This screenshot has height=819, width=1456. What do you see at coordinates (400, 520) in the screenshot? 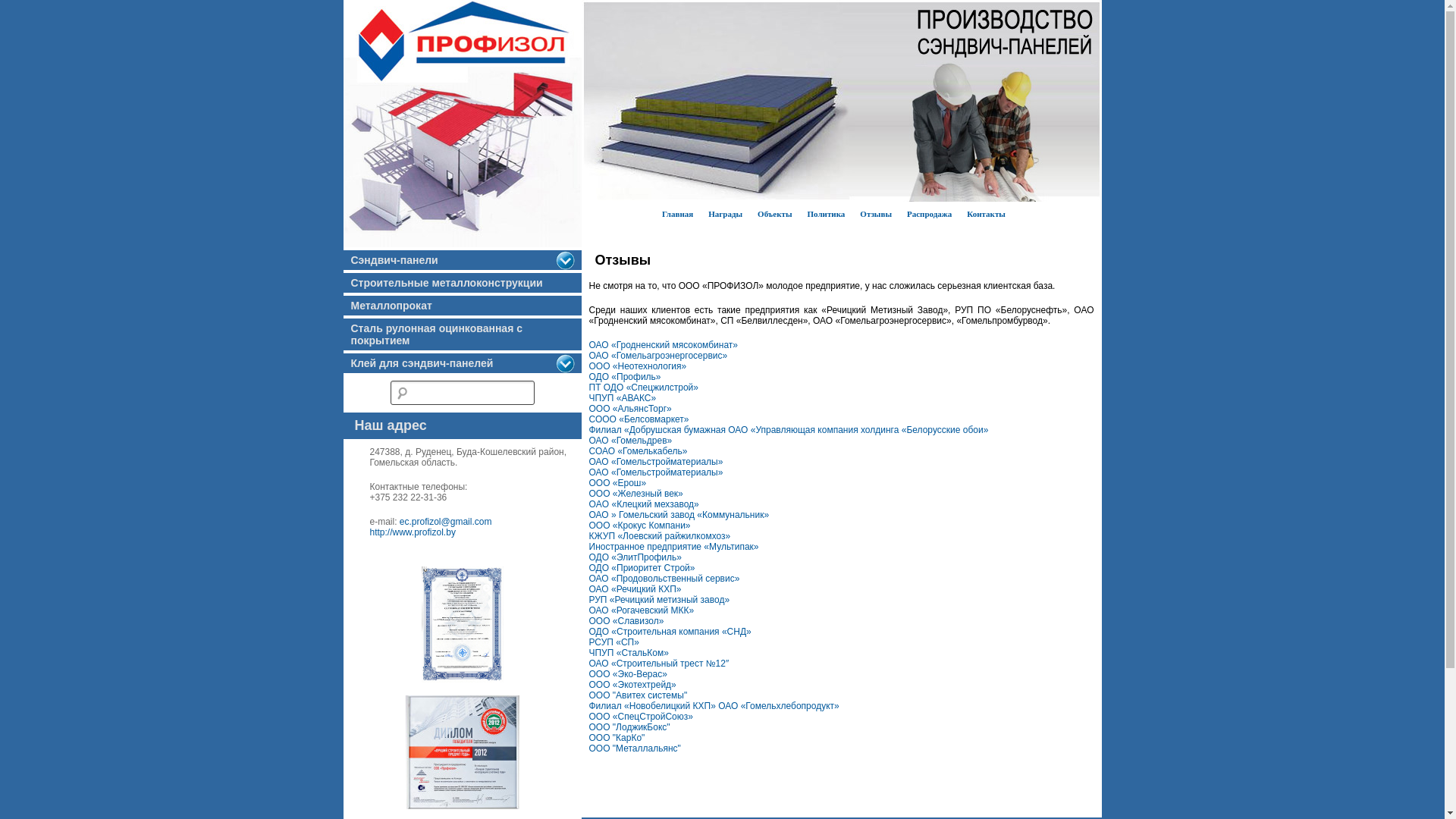
I see `'ec.profizol@gmail.com'` at bounding box center [400, 520].